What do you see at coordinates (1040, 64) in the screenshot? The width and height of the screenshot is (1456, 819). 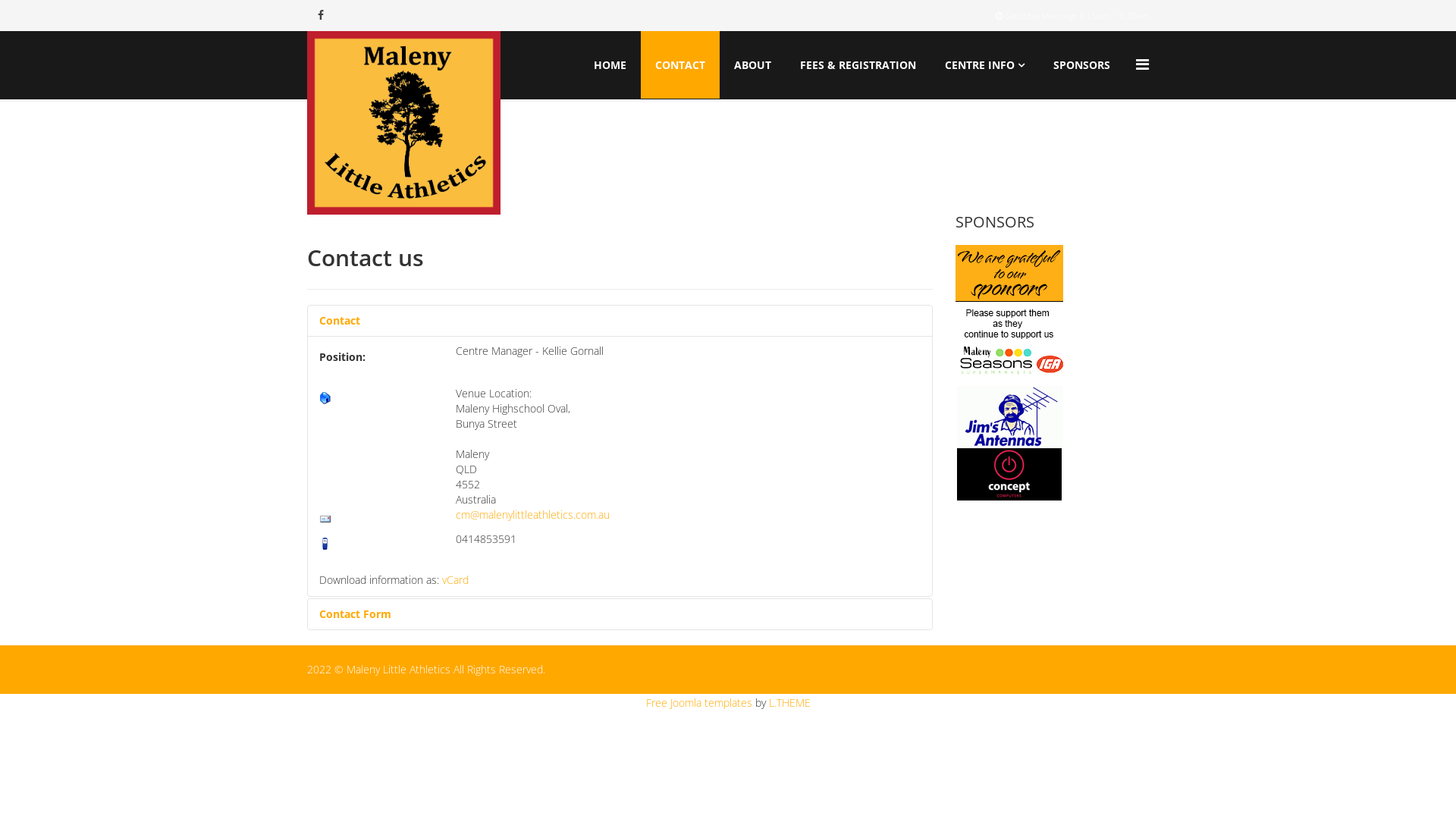 I see `'SPONSORS'` at bounding box center [1040, 64].